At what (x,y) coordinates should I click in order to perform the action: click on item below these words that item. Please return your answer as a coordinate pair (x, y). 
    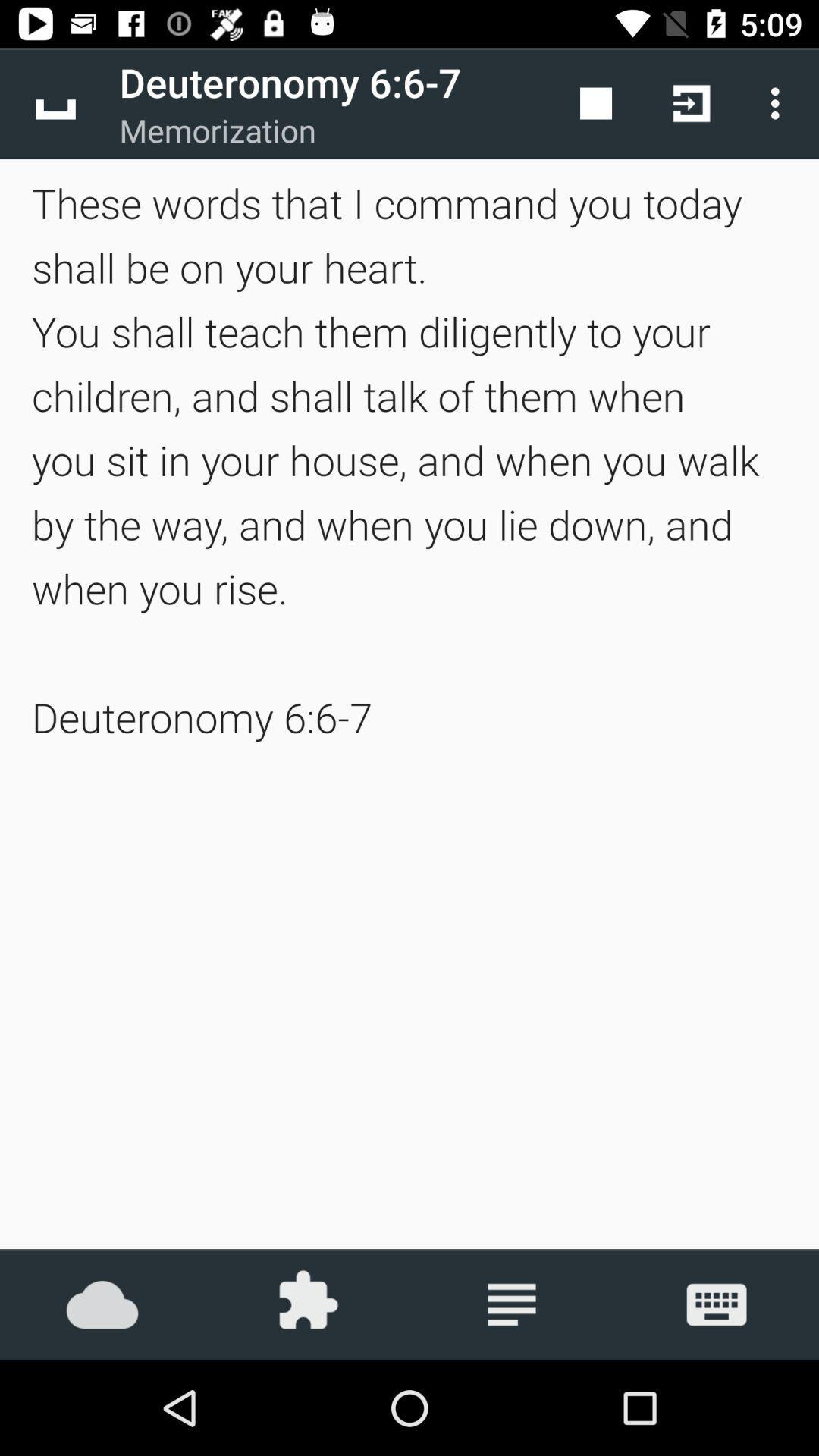
    Looking at the image, I should click on (512, 1304).